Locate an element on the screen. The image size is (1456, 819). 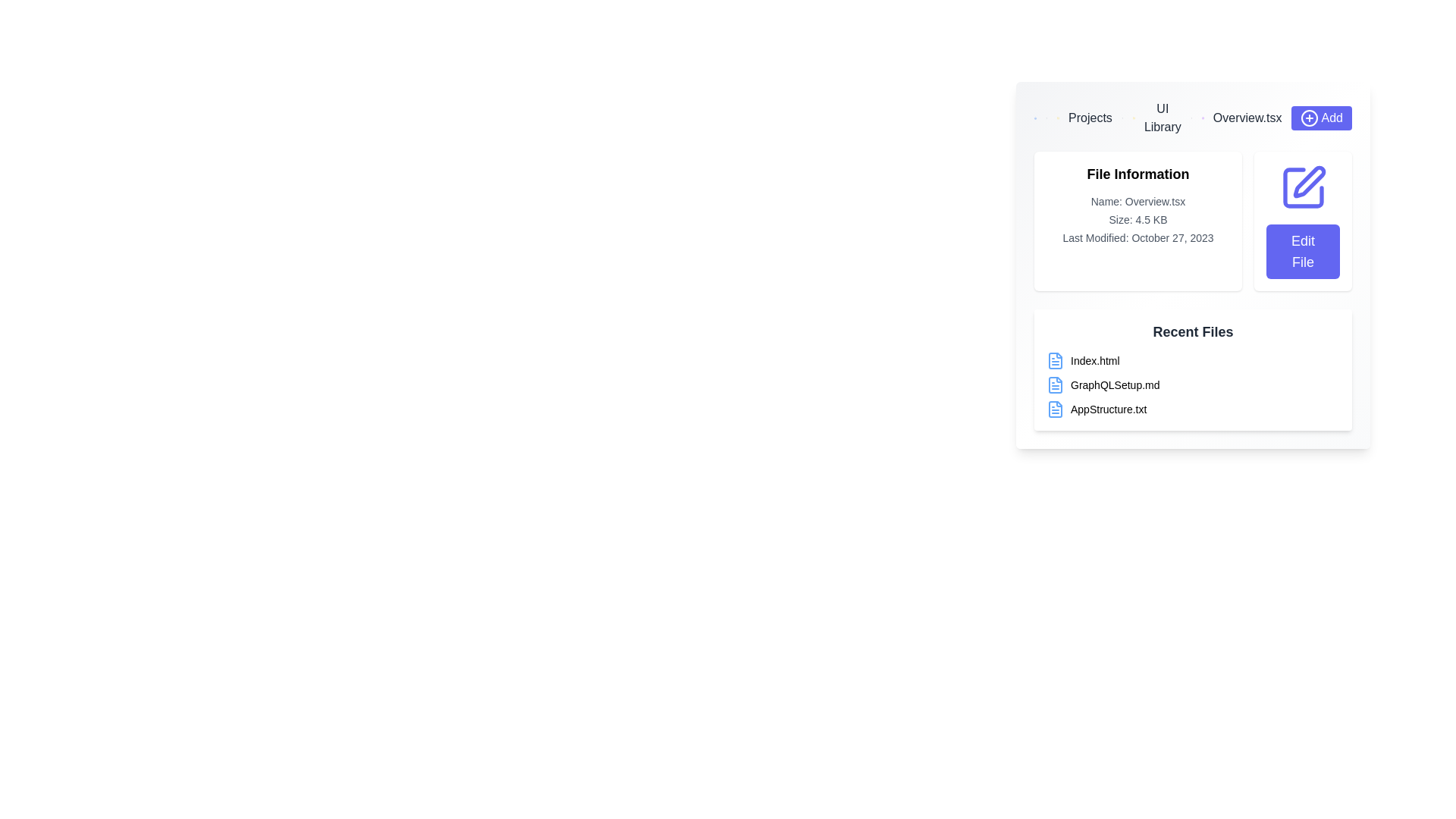
the breadcrumb navigation text label indicating 'projects' is located at coordinates (1089, 117).